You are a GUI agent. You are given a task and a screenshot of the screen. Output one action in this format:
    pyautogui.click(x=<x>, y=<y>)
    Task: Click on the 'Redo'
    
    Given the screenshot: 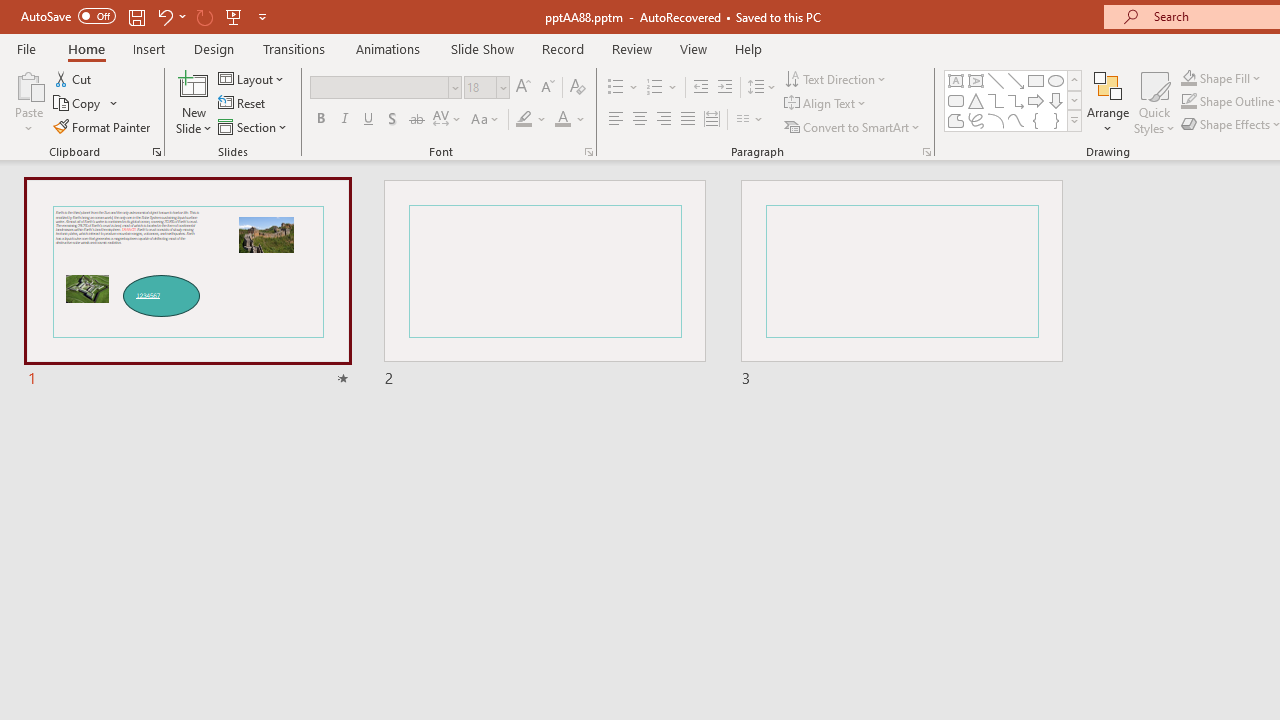 What is the action you would take?
    pyautogui.click(x=204, y=16)
    